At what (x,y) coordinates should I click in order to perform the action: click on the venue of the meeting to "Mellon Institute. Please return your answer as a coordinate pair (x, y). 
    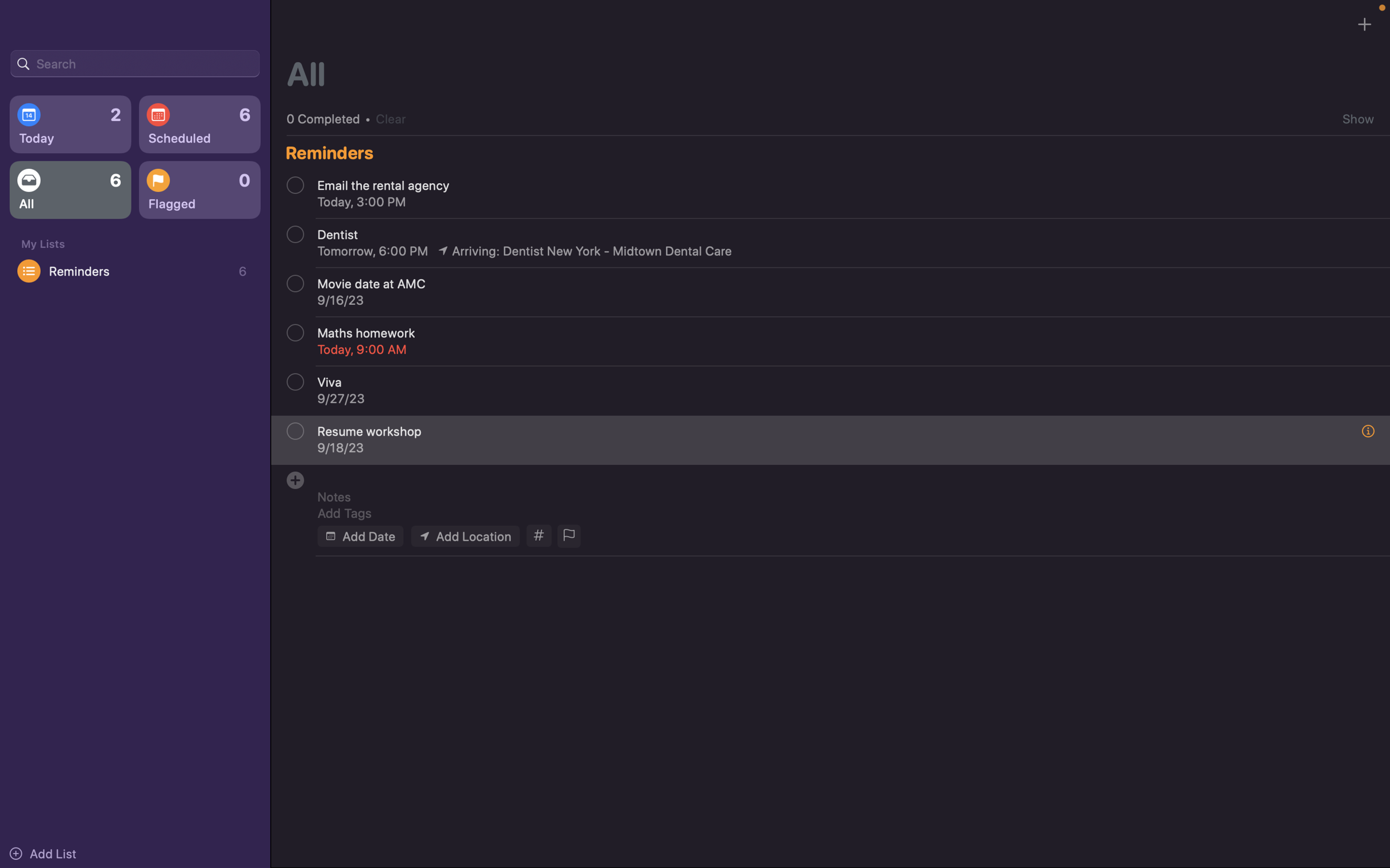
    Looking at the image, I should click on (464, 535).